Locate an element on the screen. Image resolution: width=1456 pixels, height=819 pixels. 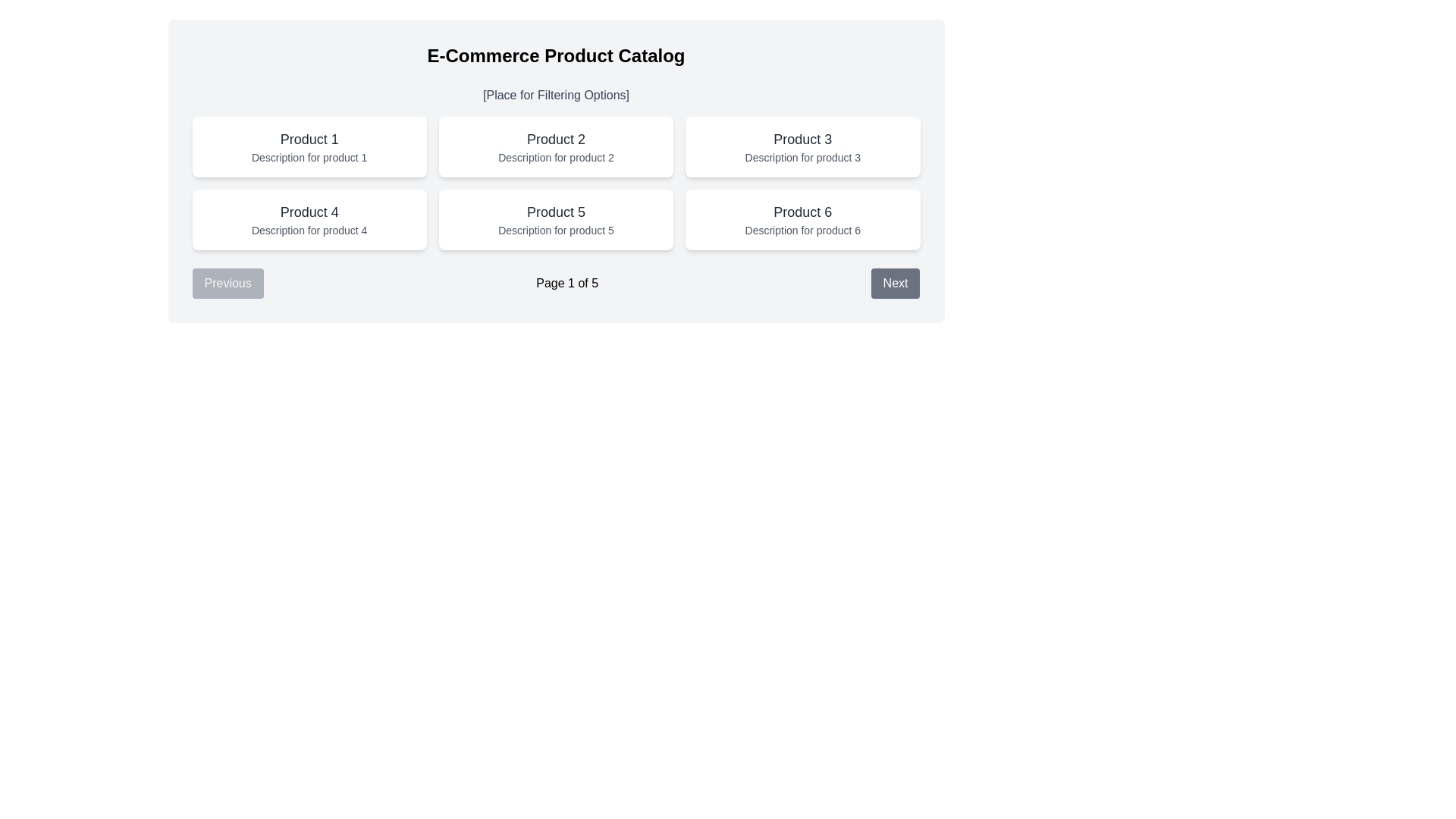
the Text Label that serves as the title for 'Product 2', located in the second card of the first row, above the product description is located at coordinates (555, 140).